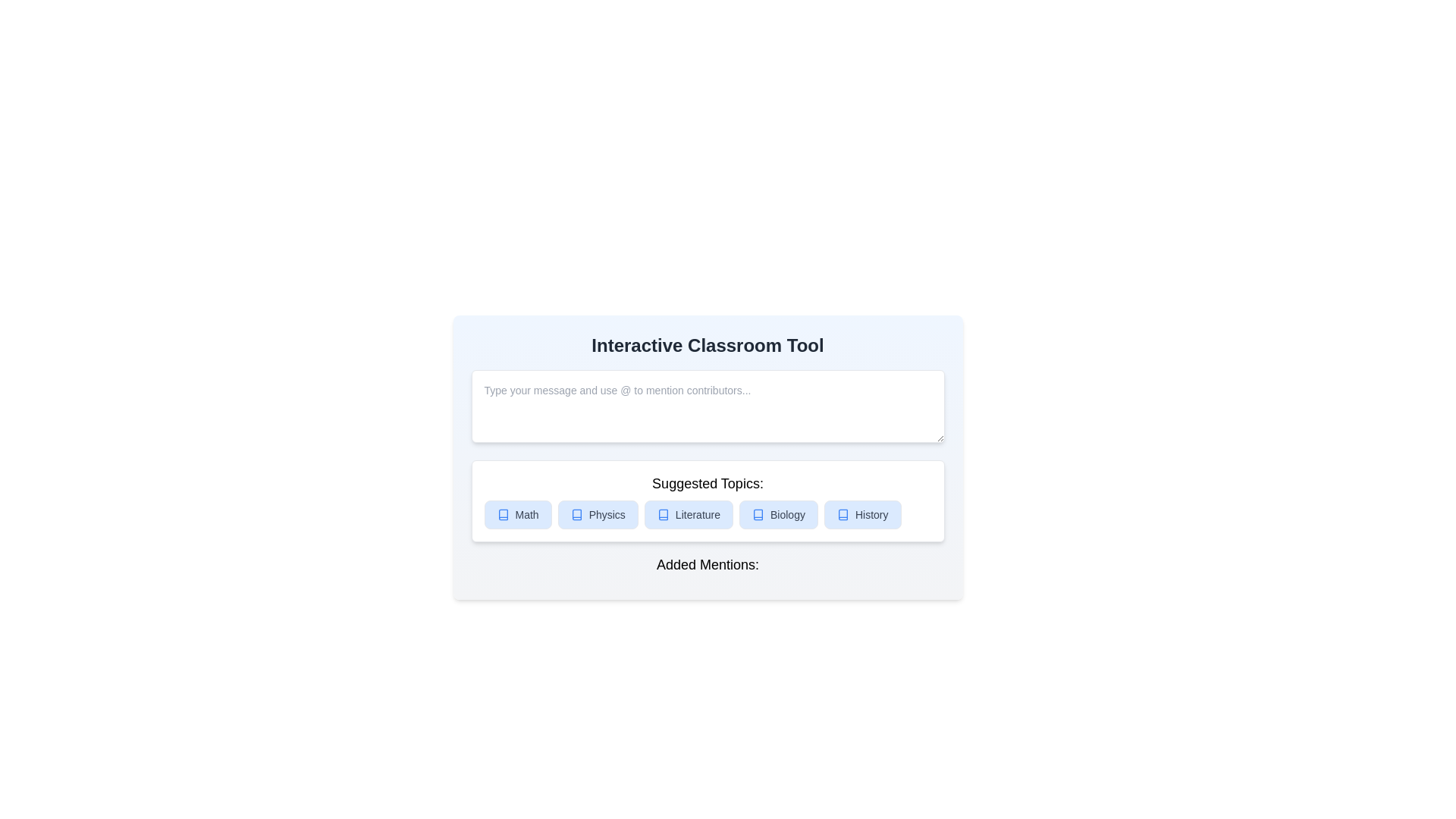 Image resolution: width=1456 pixels, height=819 pixels. I want to click on label that serves as a section header, located at the bottom of the layout, centered horizontally, directly underneath the topic buttons, so click(707, 564).